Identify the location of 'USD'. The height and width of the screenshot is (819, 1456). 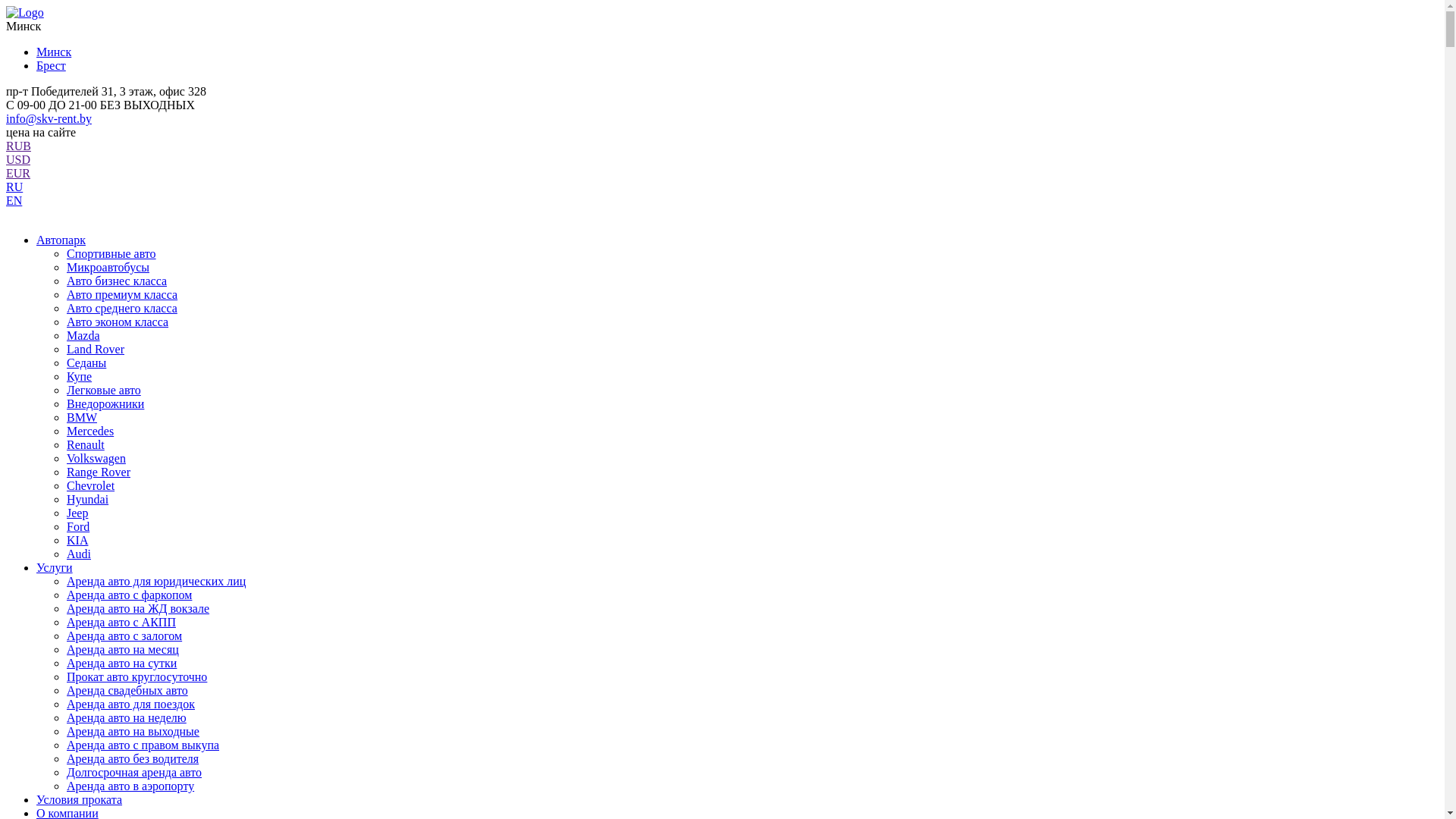
(6, 159).